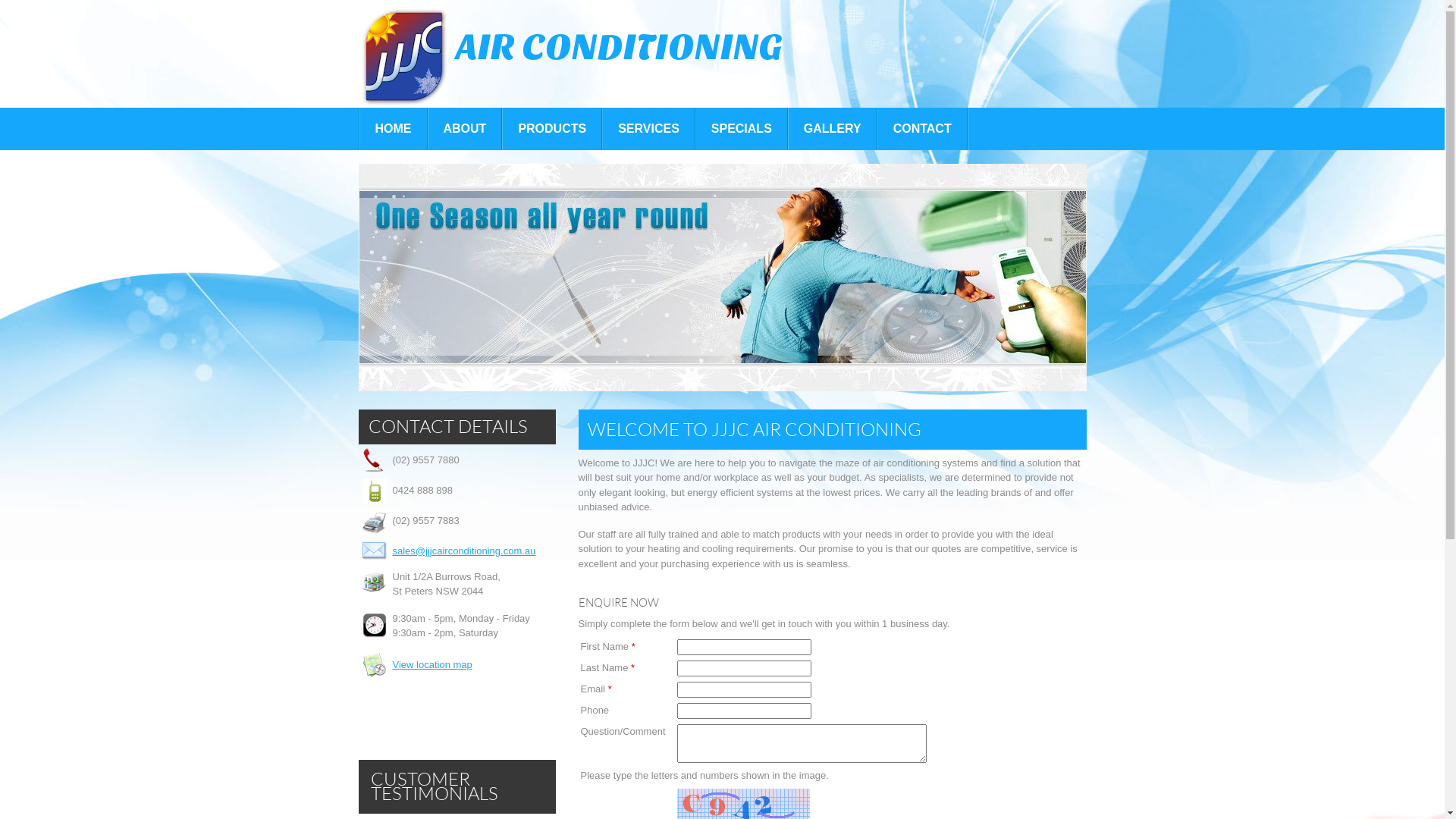 This screenshot has height=819, width=1456. I want to click on 'GALLERY', so click(832, 127).